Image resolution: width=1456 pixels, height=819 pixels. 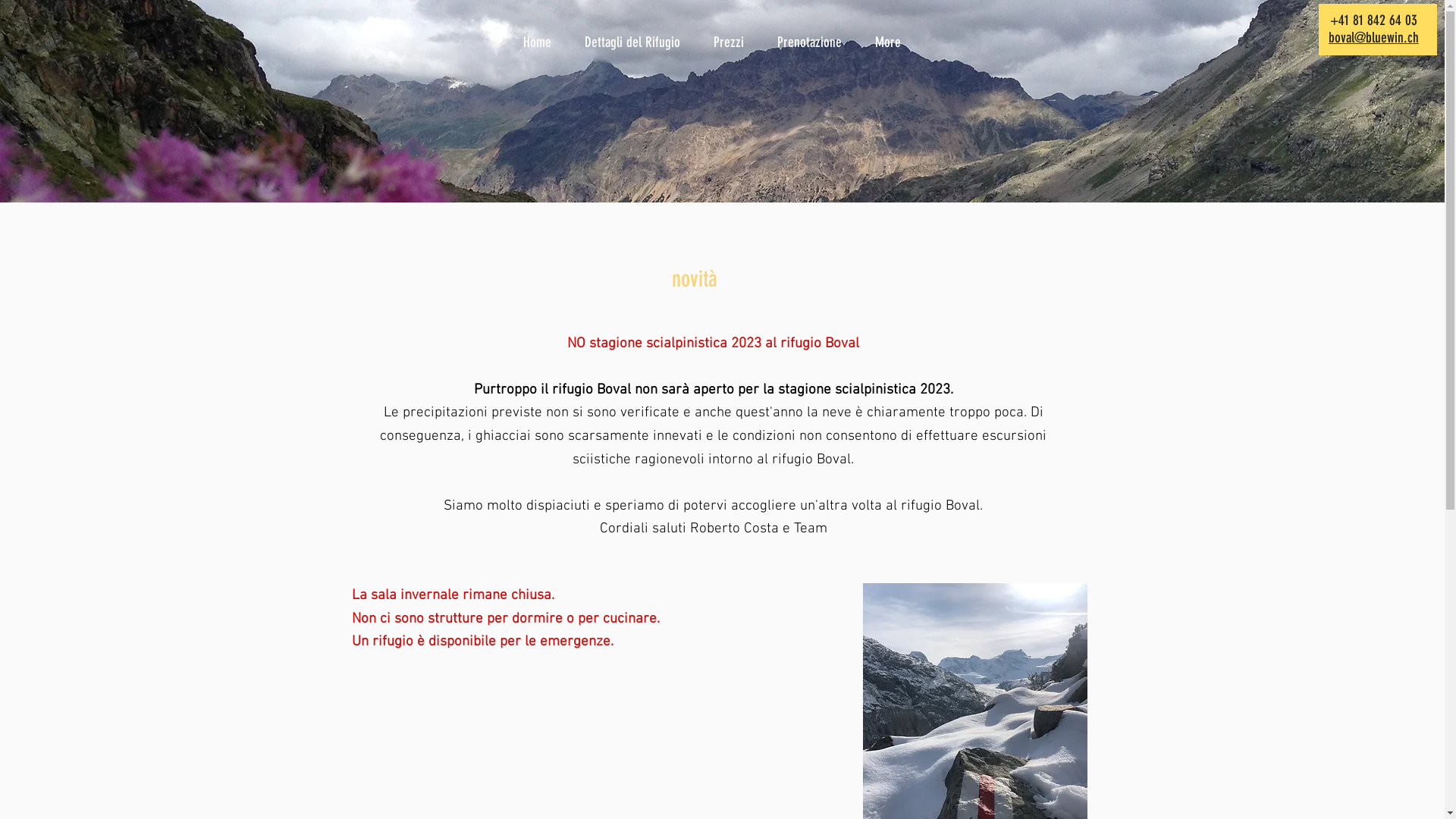 What do you see at coordinates (765, 41) in the screenshot?
I see `'Prenotazione'` at bounding box center [765, 41].